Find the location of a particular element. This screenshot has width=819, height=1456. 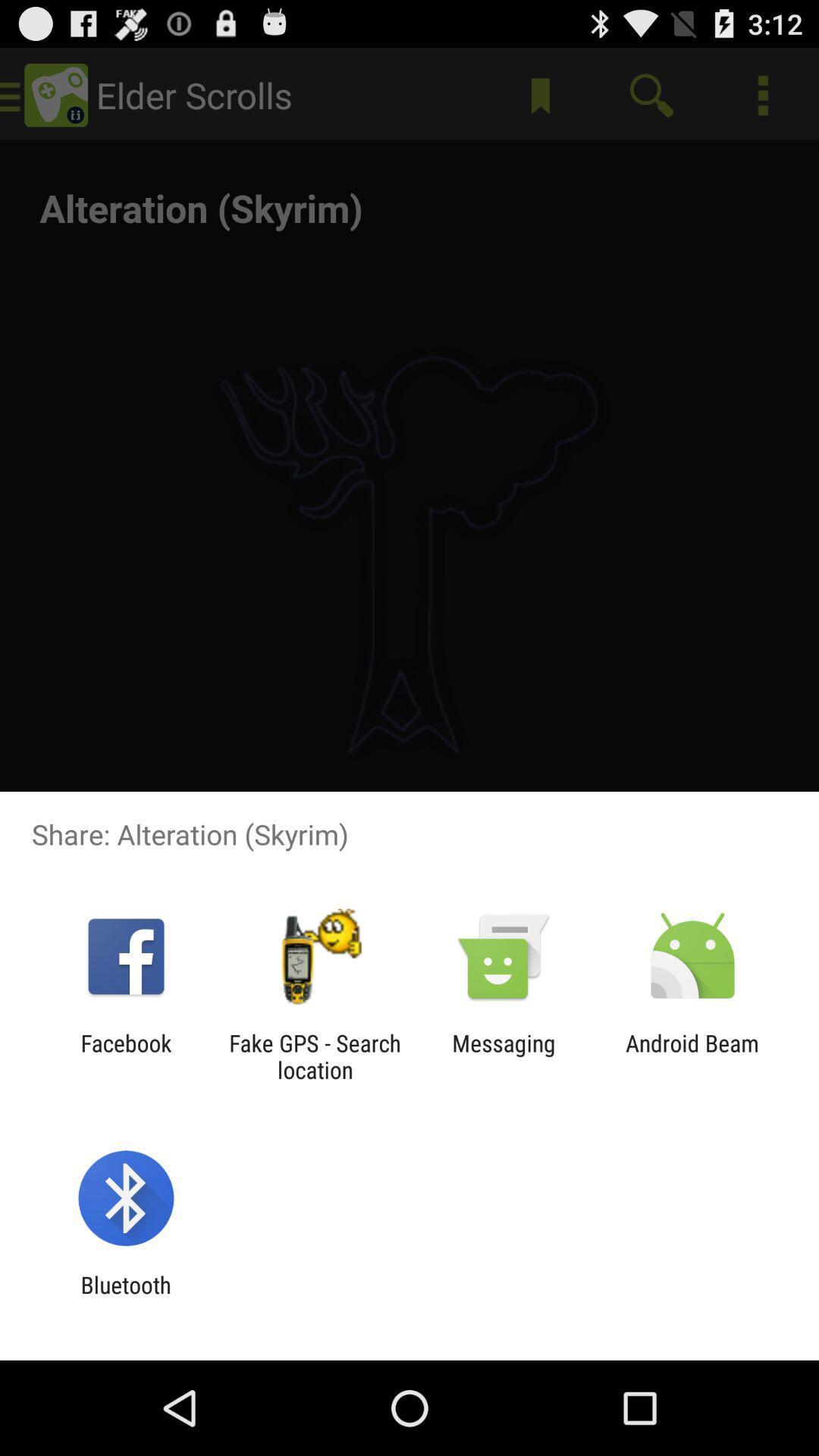

the item next to messaging app is located at coordinates (314, 1056).